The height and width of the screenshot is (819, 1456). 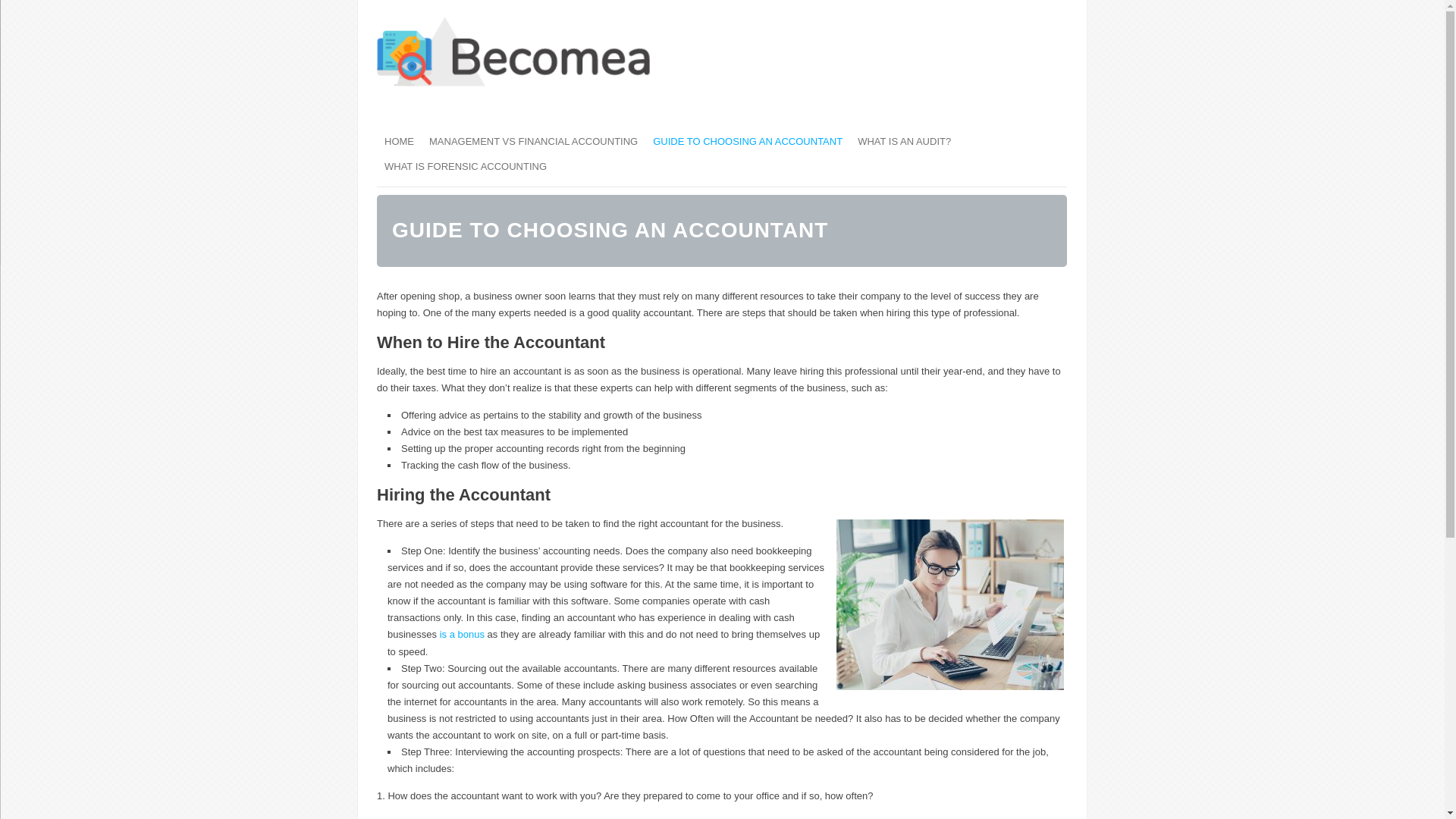 I want to click on 'WHAT IS AN AUDIT?', so click(x=850, y=141).